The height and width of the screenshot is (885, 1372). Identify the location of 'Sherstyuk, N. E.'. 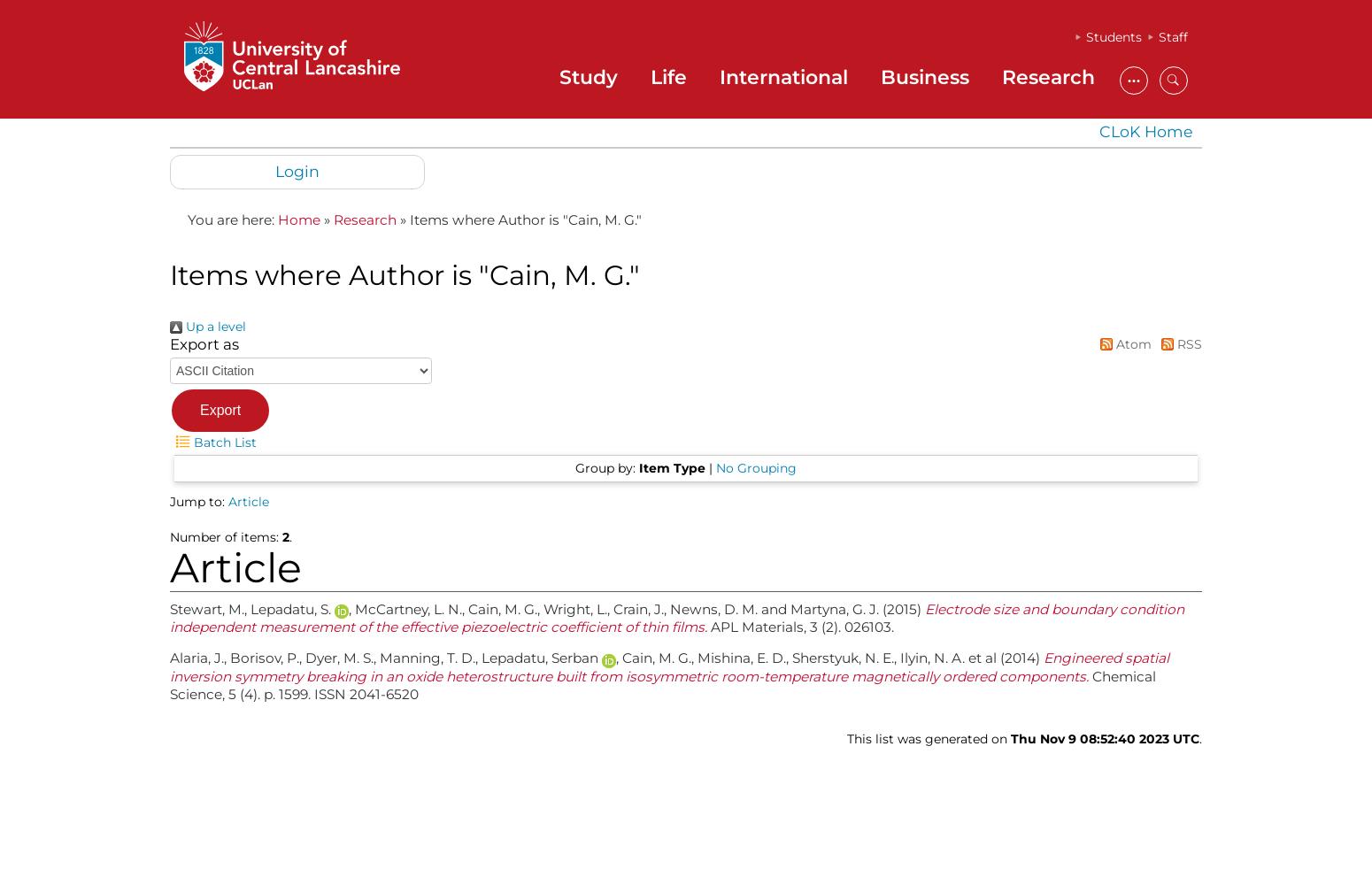
(842, 657).